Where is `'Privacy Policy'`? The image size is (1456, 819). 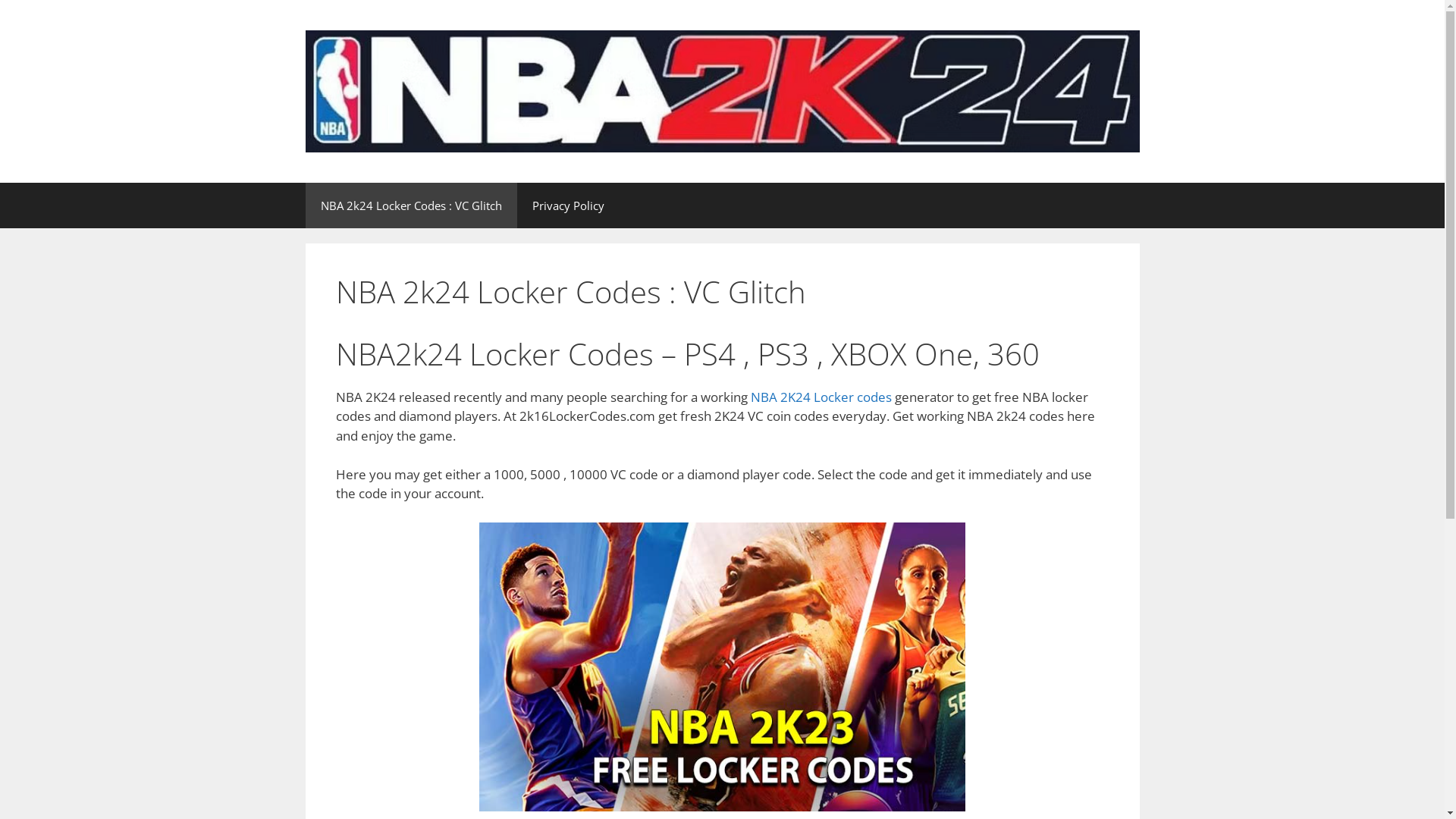 'Privacy Policy' is located at coordinates (567, 205).